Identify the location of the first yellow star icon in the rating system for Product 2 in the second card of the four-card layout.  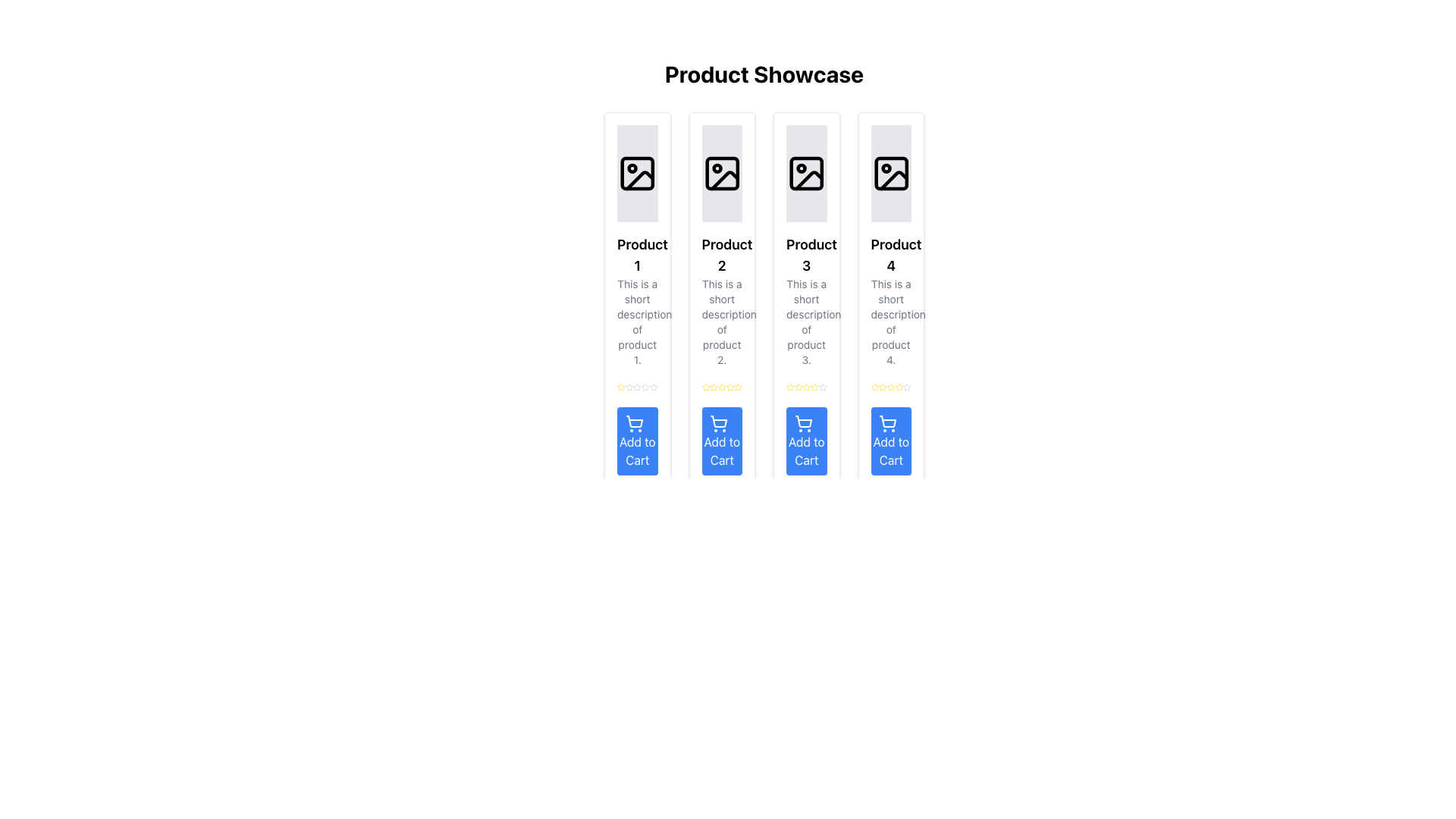
(704, 386).